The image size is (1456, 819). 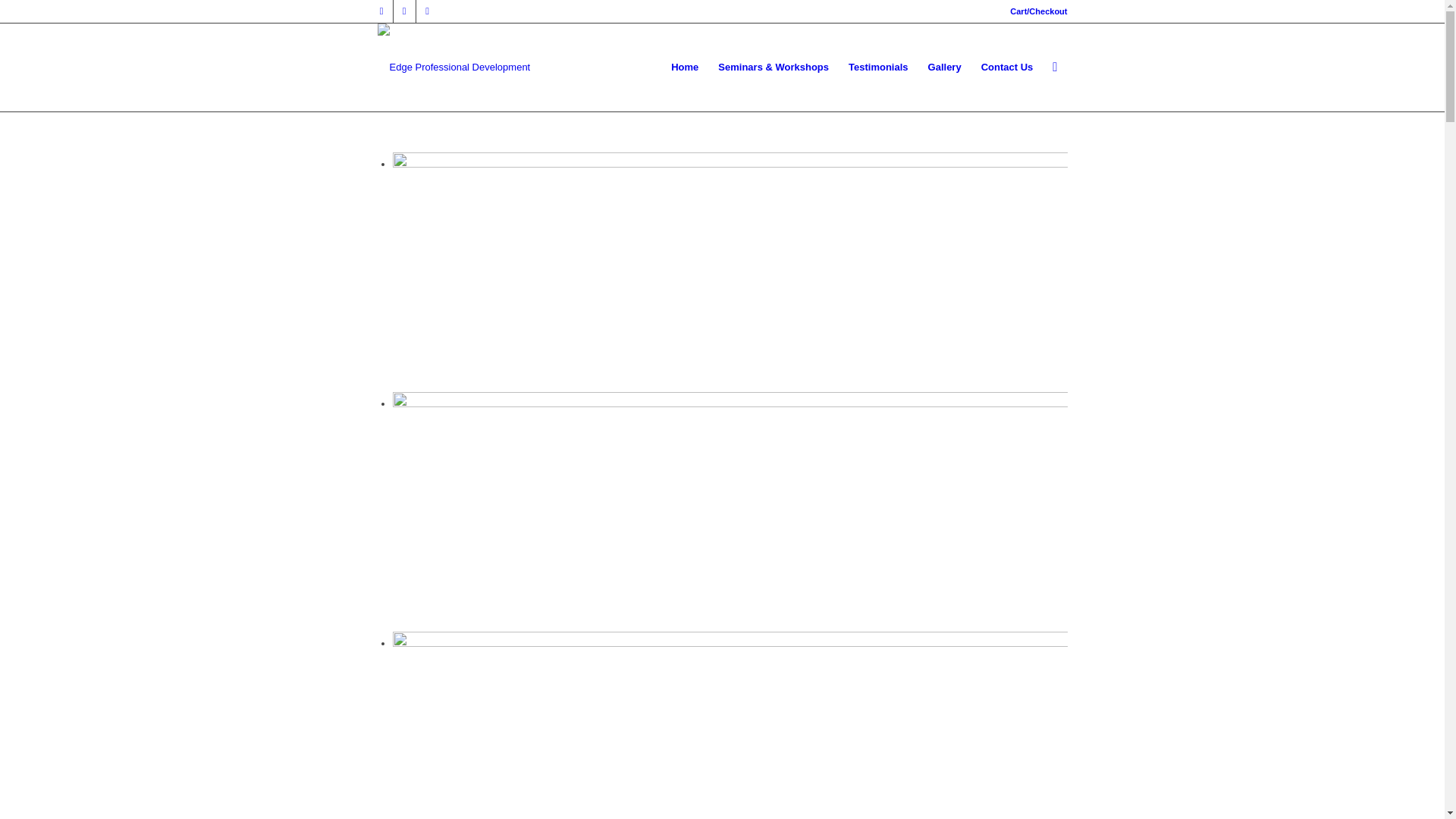 What do you see at coordinates (403, 11) in the screenshot?
I see `'Twitter'` at bounding box center [403, 11].